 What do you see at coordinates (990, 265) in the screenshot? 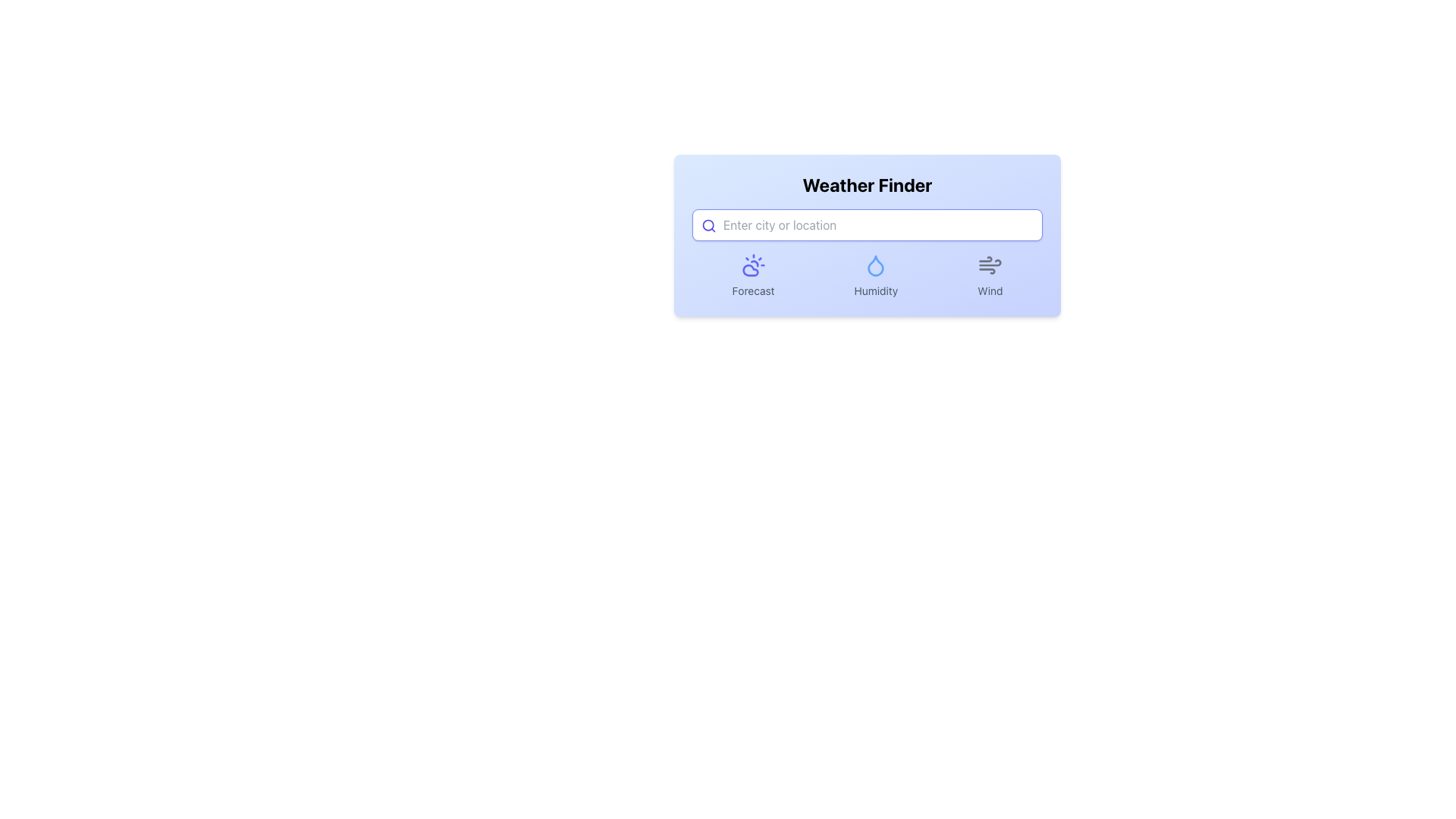
I see `the wind motion icon, which consists of three curved gray lines and is located above the text label 'Wind'` at bounding box center [990, 265].